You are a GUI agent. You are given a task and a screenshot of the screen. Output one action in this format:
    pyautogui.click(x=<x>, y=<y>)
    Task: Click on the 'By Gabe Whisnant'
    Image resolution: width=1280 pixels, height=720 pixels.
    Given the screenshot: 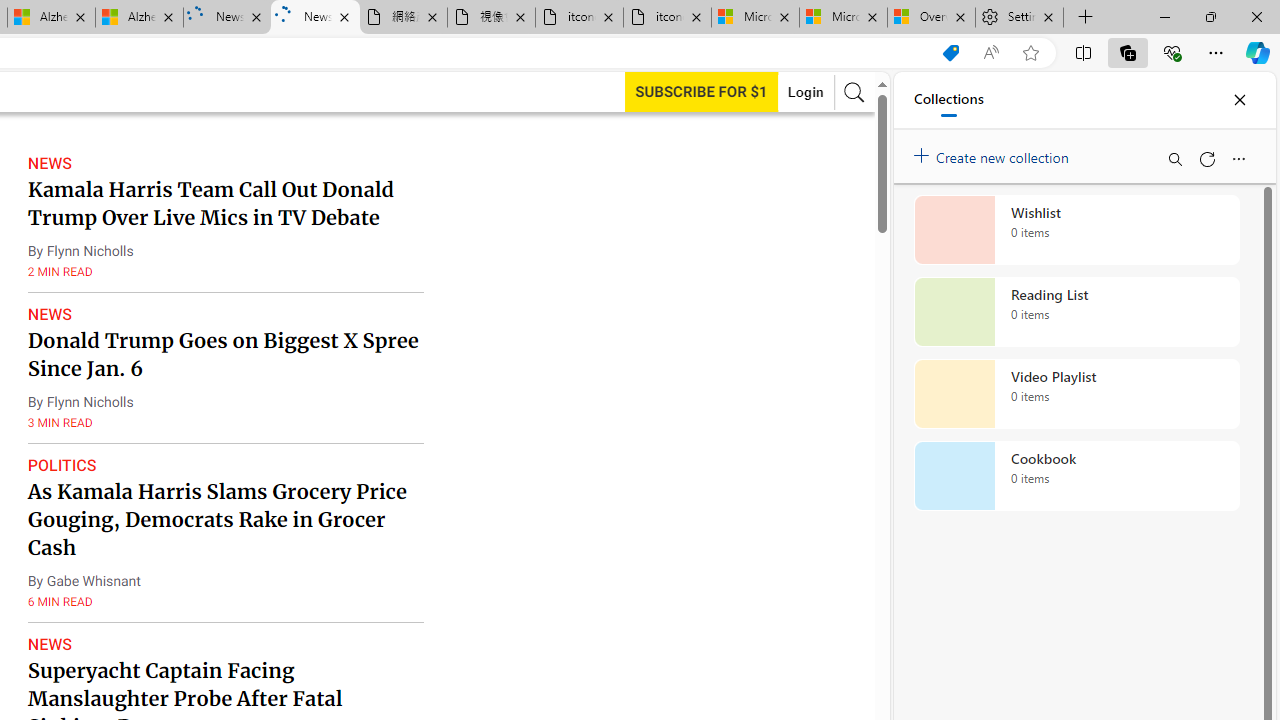 What is the action you would take?
    pyautogui.click(x=82, y=581)
    